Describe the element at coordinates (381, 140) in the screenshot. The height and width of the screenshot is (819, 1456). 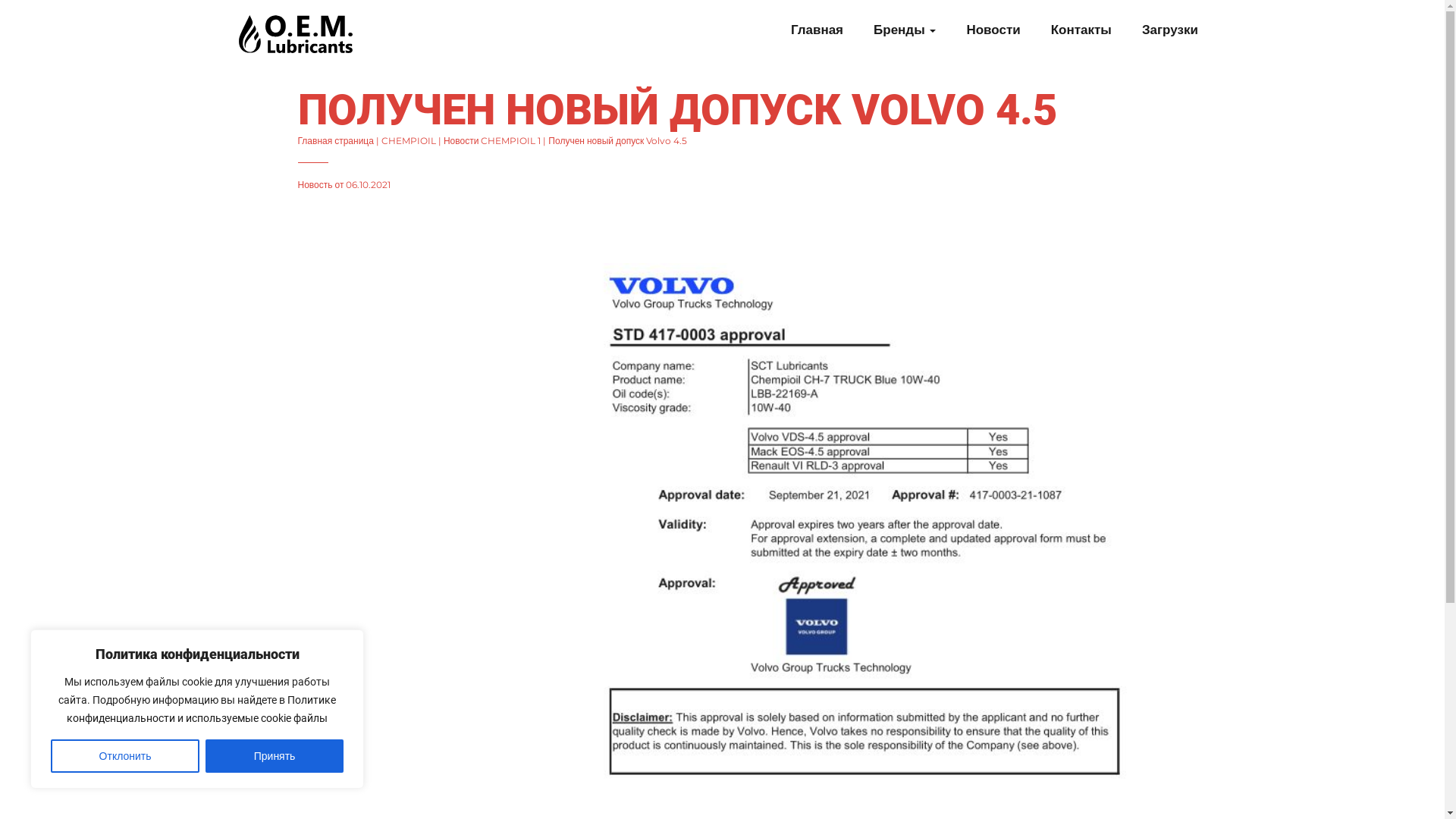
I see `'CHEMPIOIL'` at that location.